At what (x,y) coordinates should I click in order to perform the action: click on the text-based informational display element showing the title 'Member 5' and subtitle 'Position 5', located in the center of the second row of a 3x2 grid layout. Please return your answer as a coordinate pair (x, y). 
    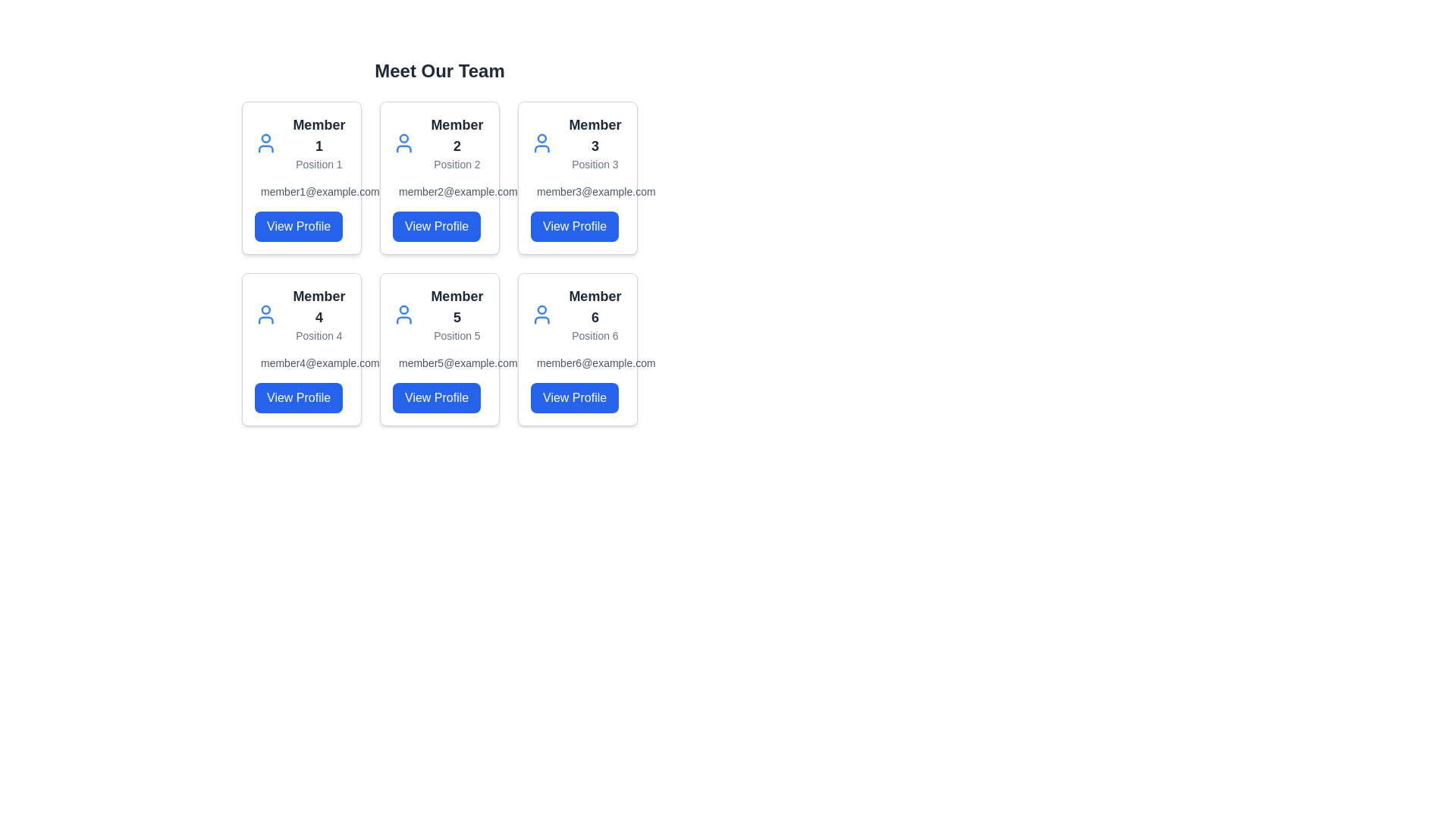
    Looking at the image, I should click on (456, 314).